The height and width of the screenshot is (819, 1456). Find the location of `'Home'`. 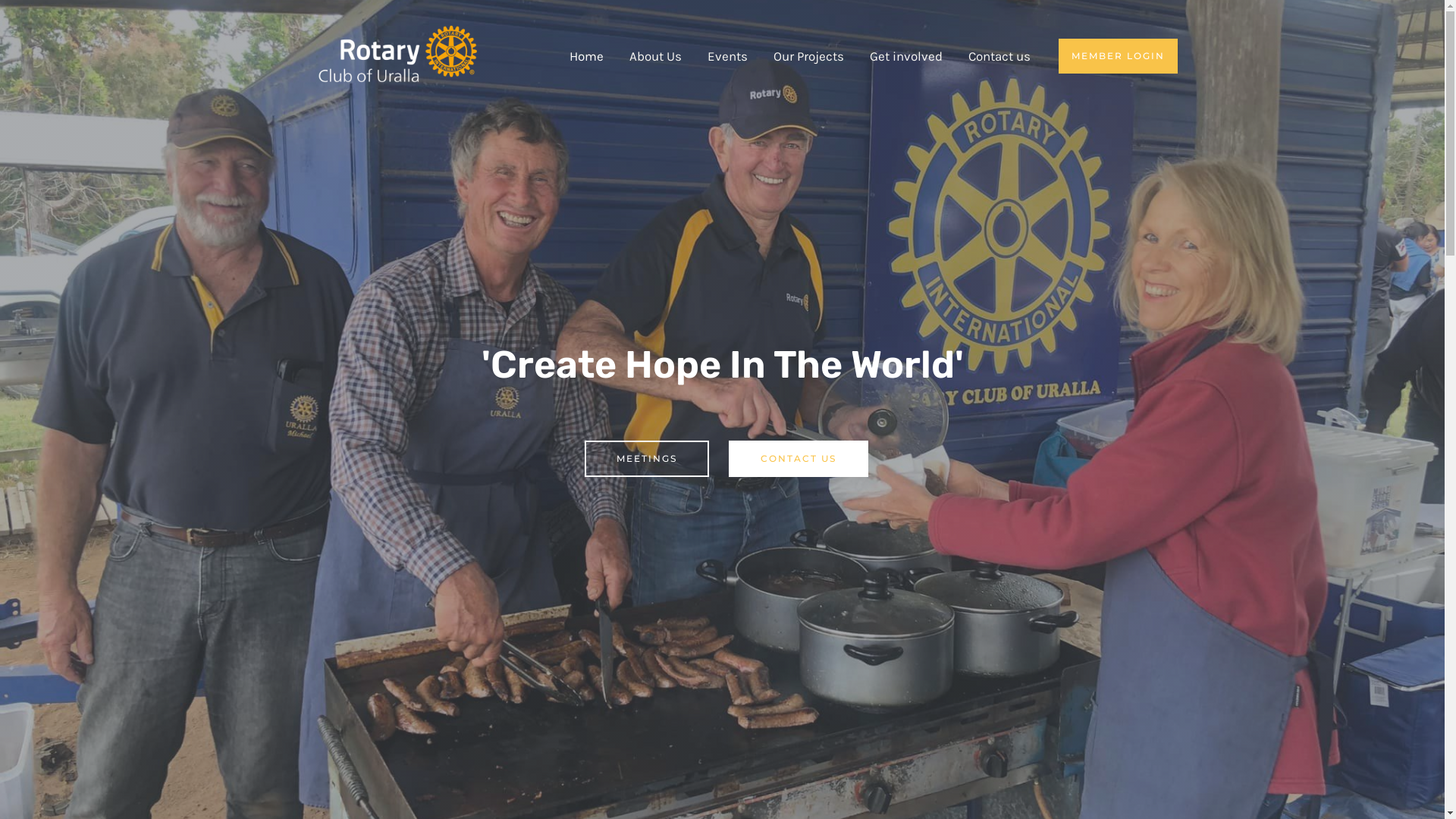

'Home' is located at coordinates (585, 55).